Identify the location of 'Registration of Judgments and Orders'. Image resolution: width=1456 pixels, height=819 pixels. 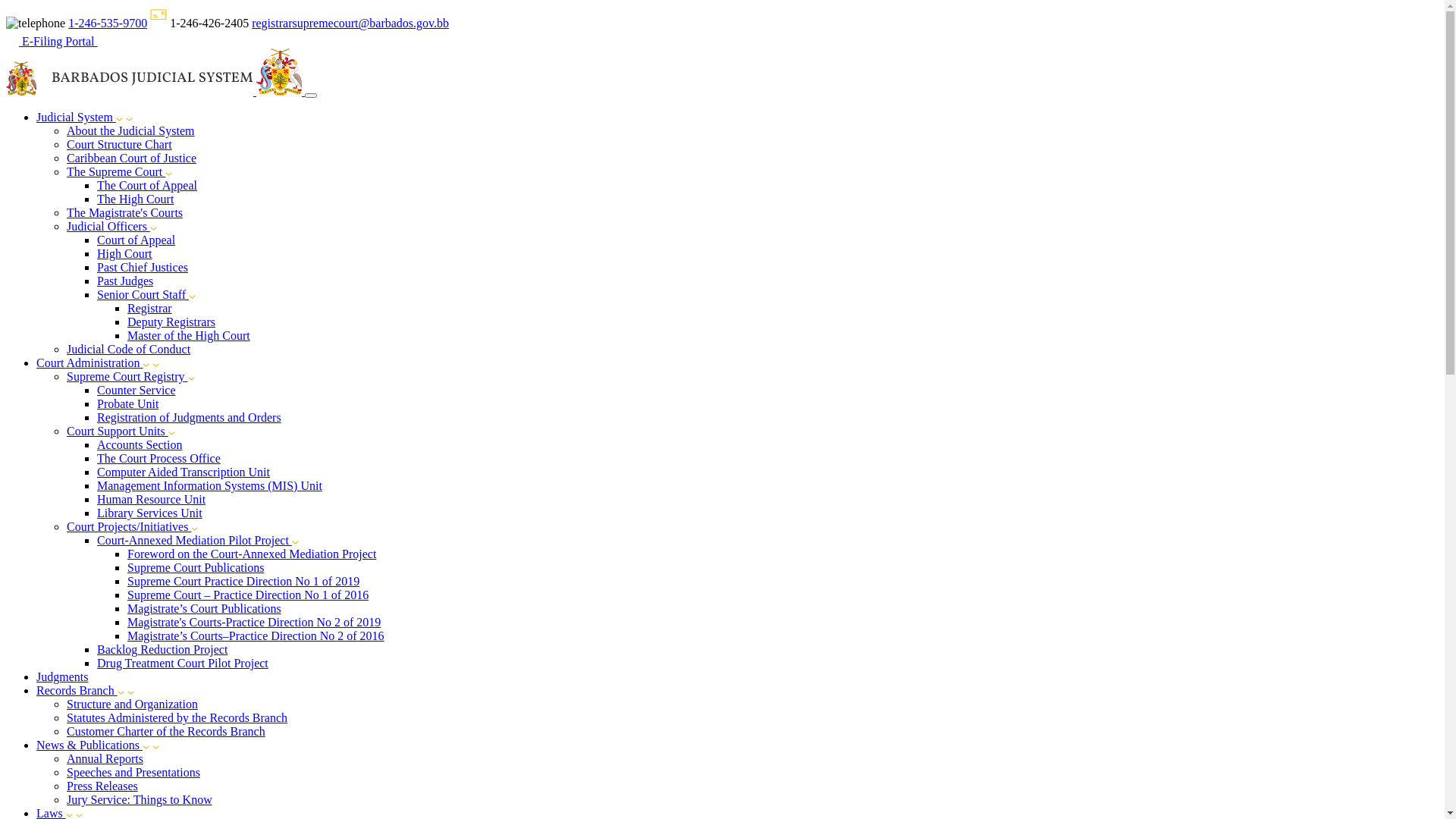
(96, 417).